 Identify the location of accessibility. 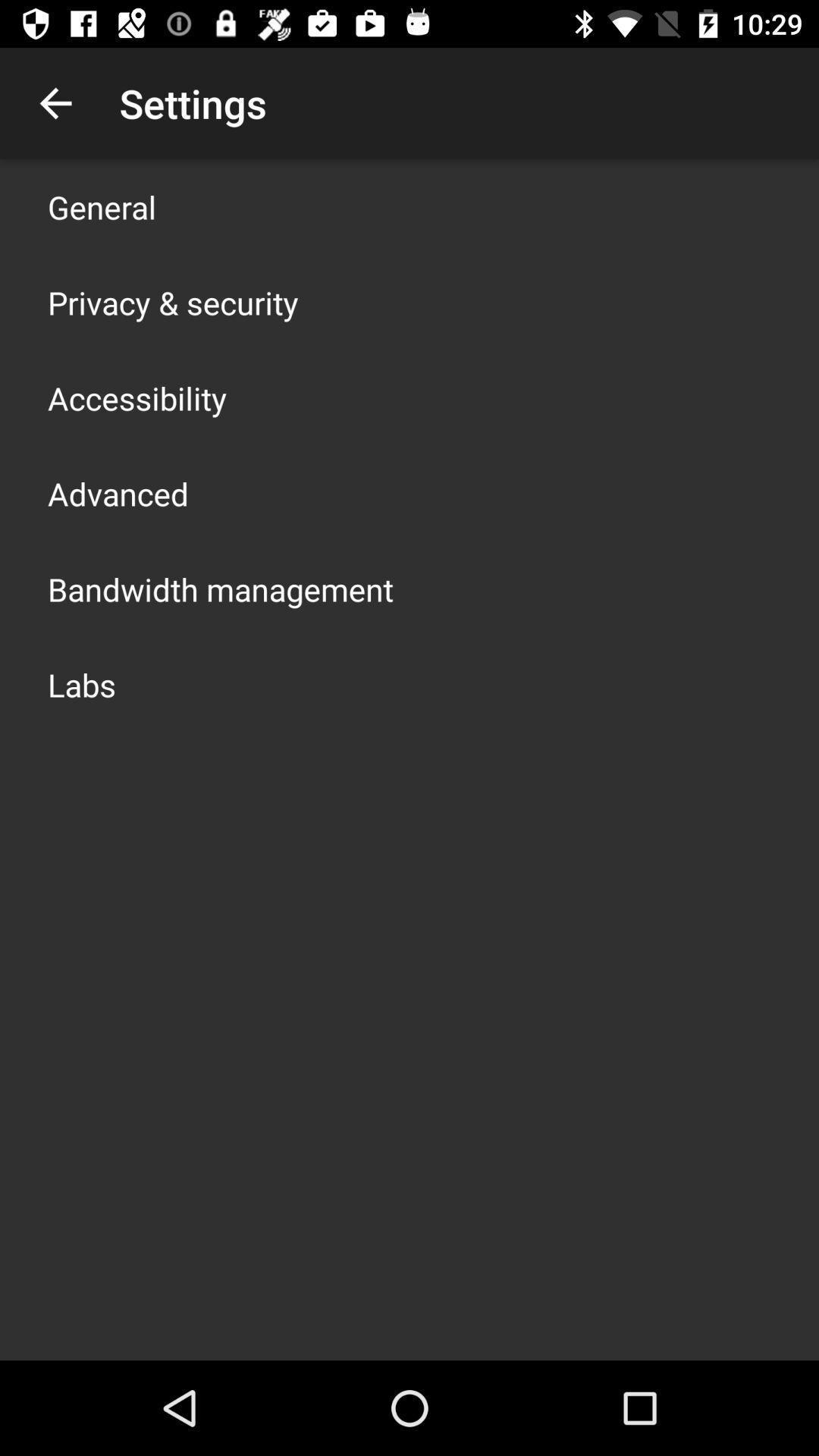
(137, 397).